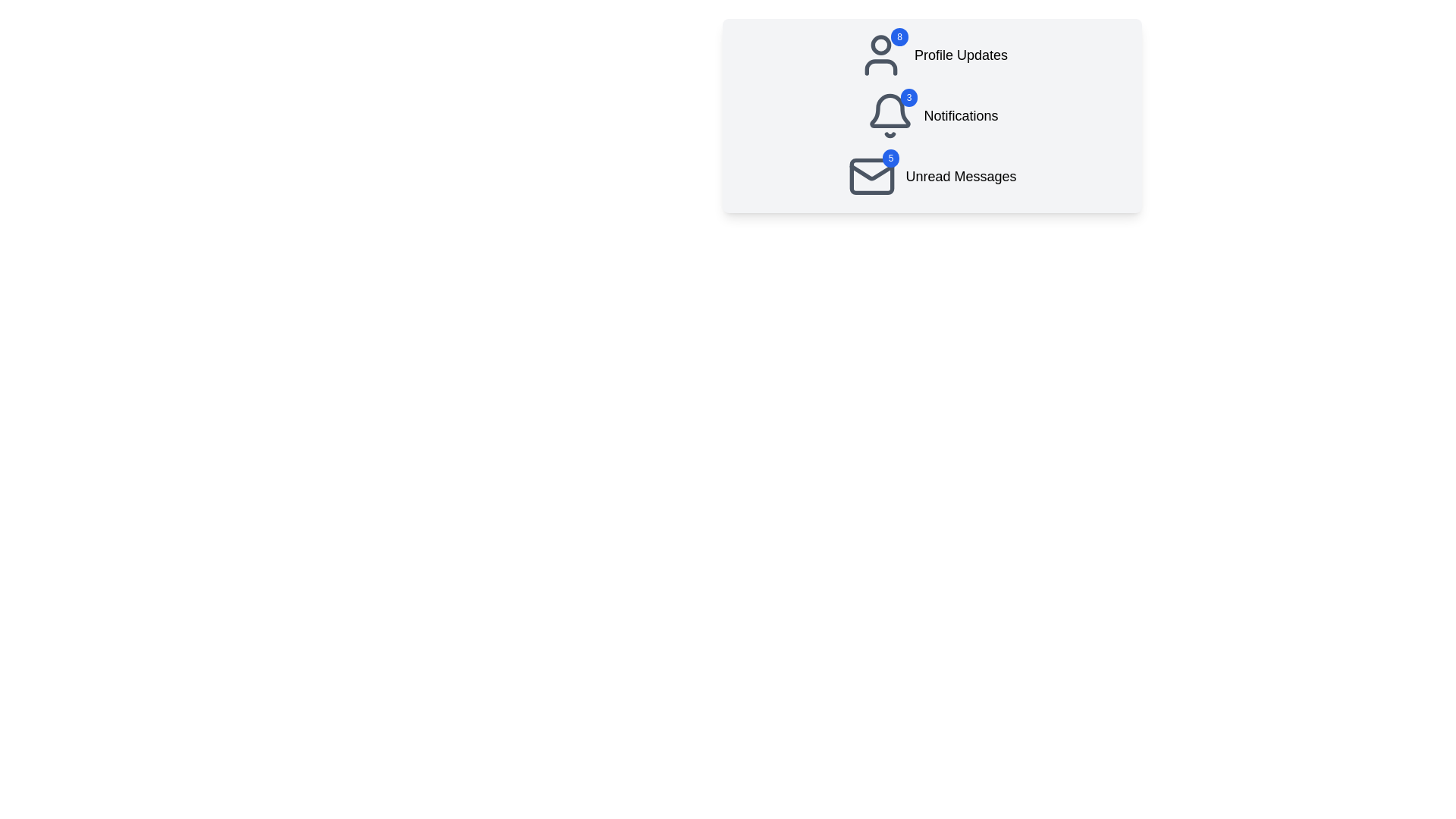 This screenshot has width=1456, height=819. What do you see at coordinates (891, 158) in the screenshot?
I see `the Notification Badge that displays the count of unread messages, located at the top-right corner of the envelope icon in the vertical list of notification icons` at bounding box center [891, 158].